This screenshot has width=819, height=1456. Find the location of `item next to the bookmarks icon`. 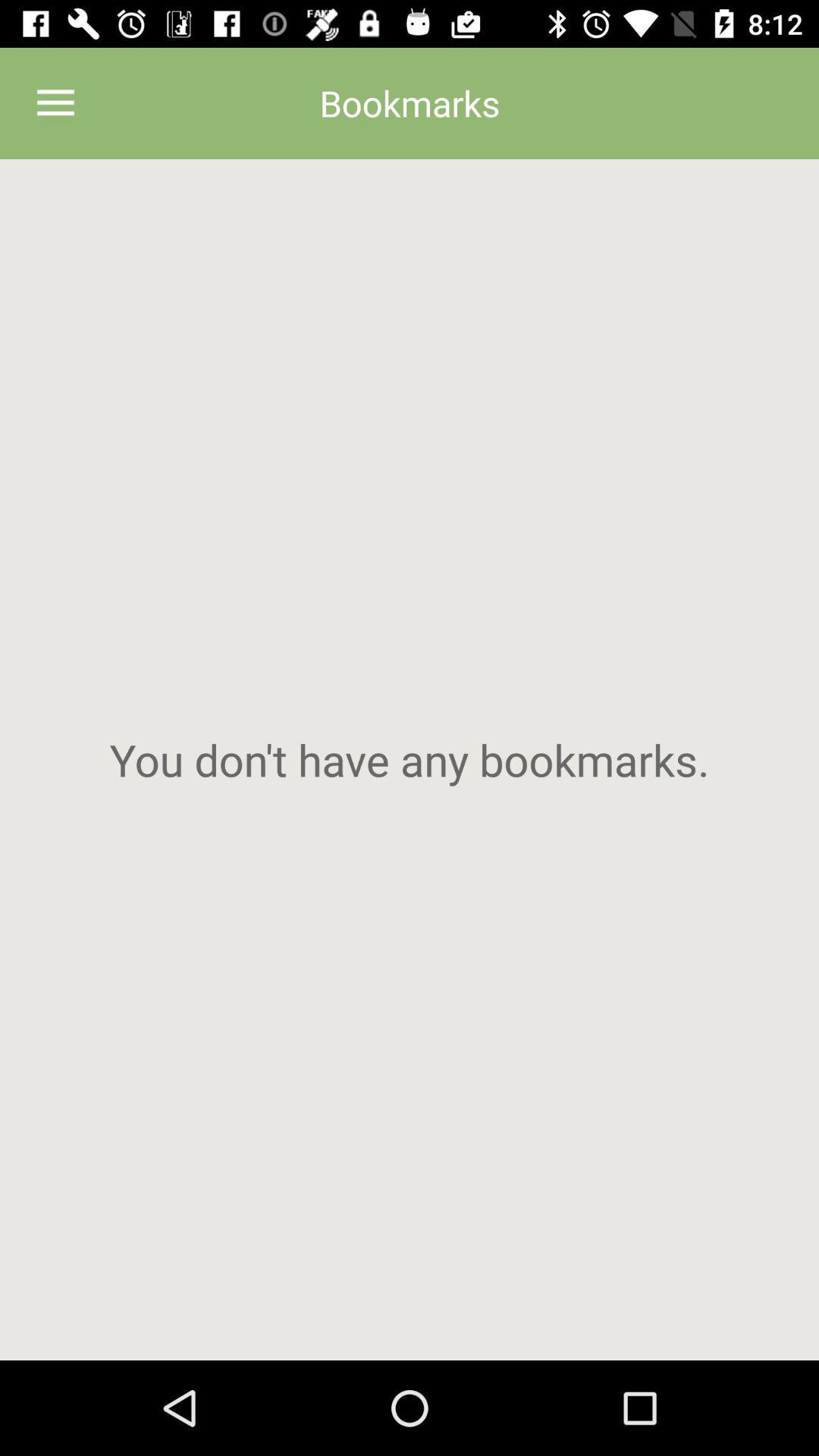

item next to the bookmarks icon is located at coordinates (55, 102).